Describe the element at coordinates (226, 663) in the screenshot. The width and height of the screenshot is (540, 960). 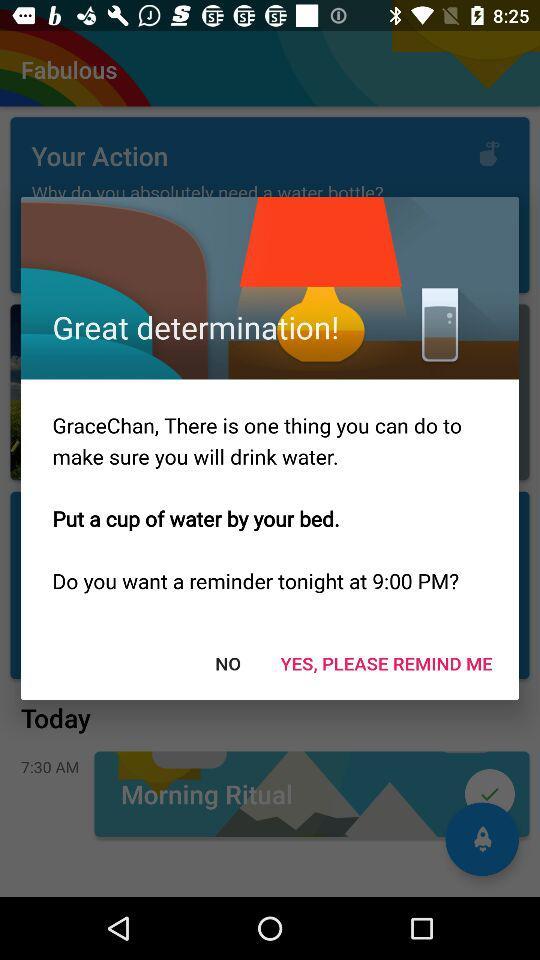
I see `icon below the gracechan there is` at that location.